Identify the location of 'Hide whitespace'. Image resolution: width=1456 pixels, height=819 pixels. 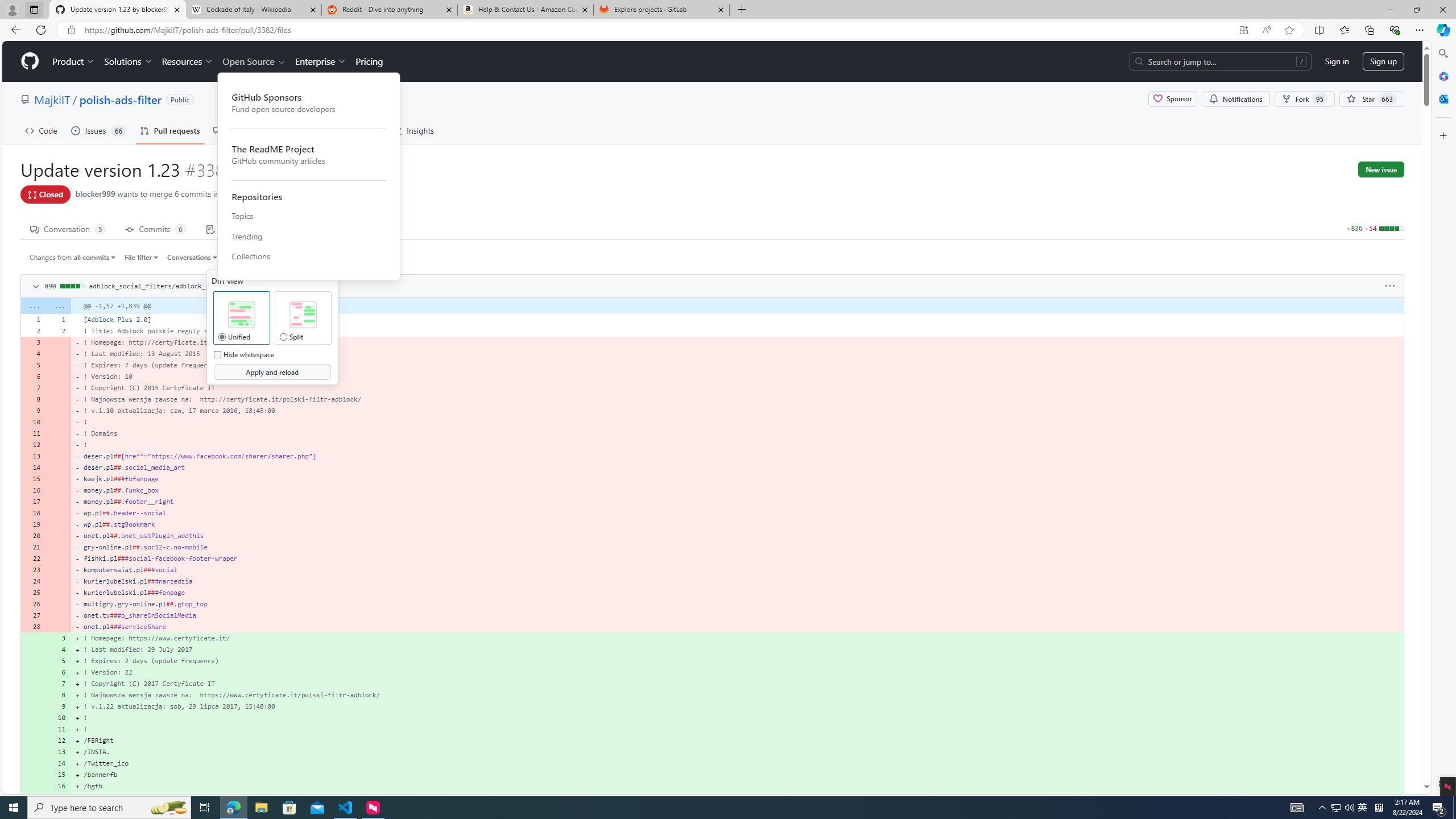
(216, 354).